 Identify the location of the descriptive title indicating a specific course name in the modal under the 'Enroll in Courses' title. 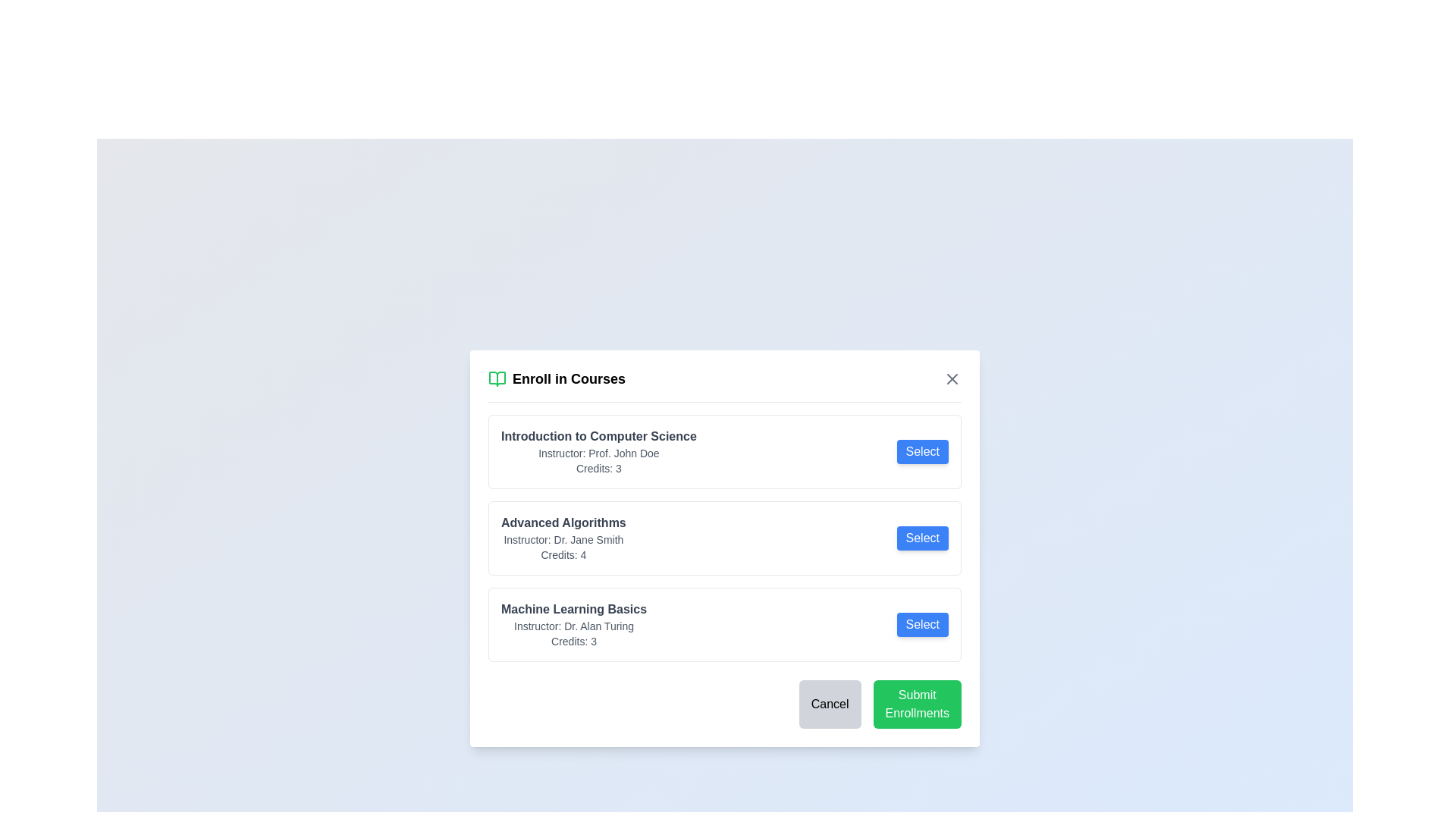
(563, 522).